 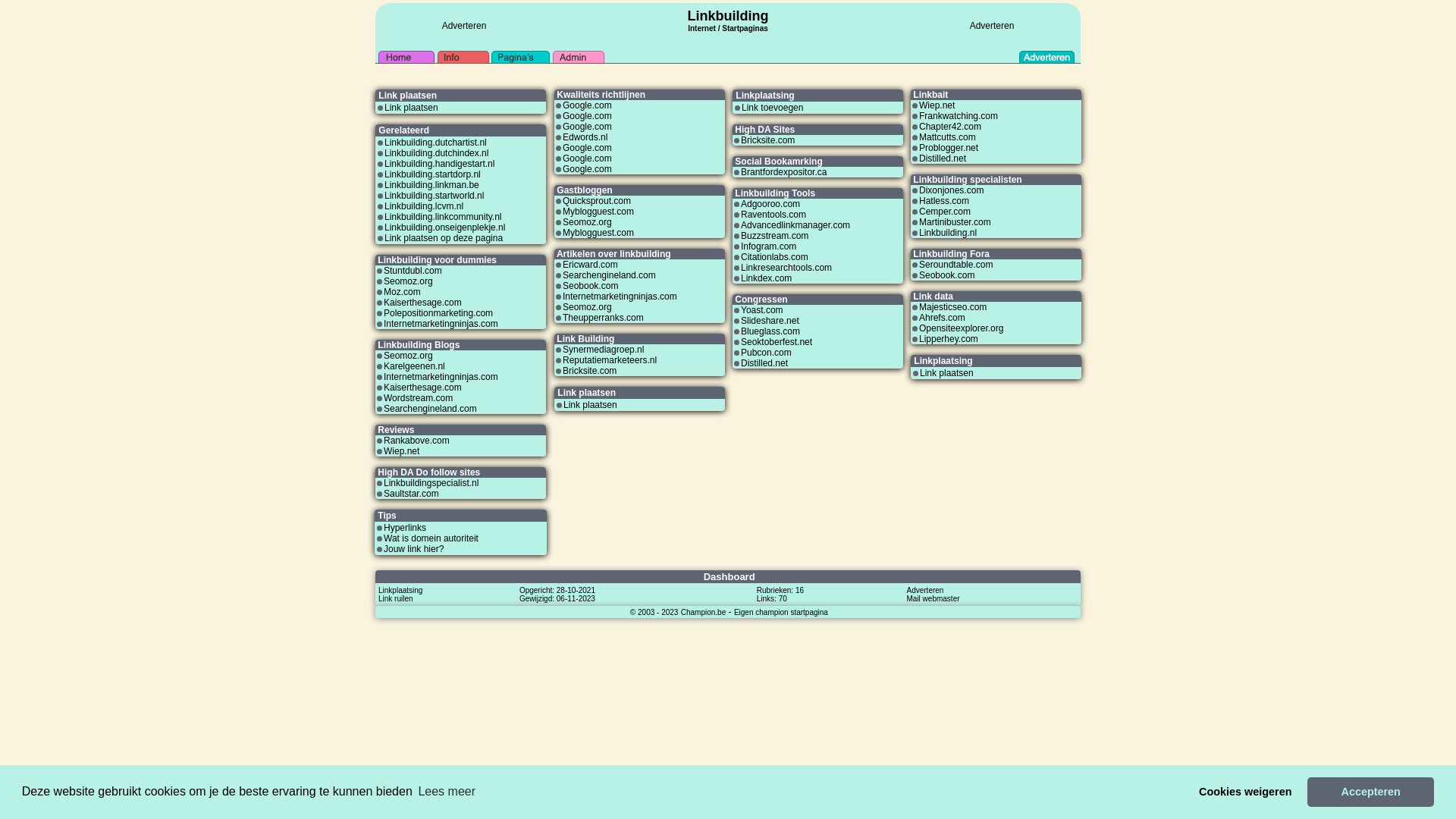 What do you see at coordinates (941, 317) in the screenshot?
I see `'Ahrefs.com'` at bounding box center [941, 317].